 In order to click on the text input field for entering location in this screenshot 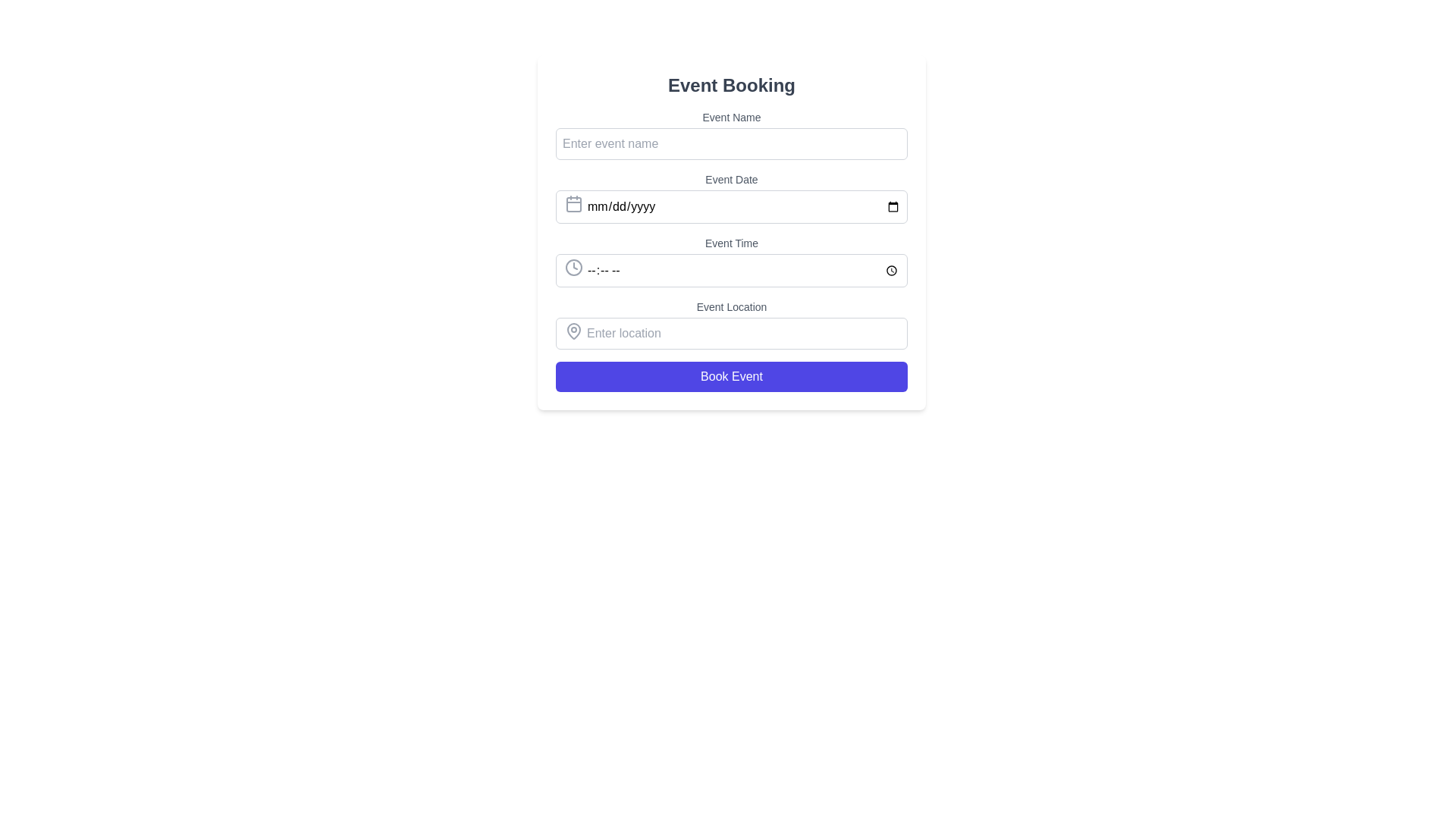, I will do `click(731, 331)`.